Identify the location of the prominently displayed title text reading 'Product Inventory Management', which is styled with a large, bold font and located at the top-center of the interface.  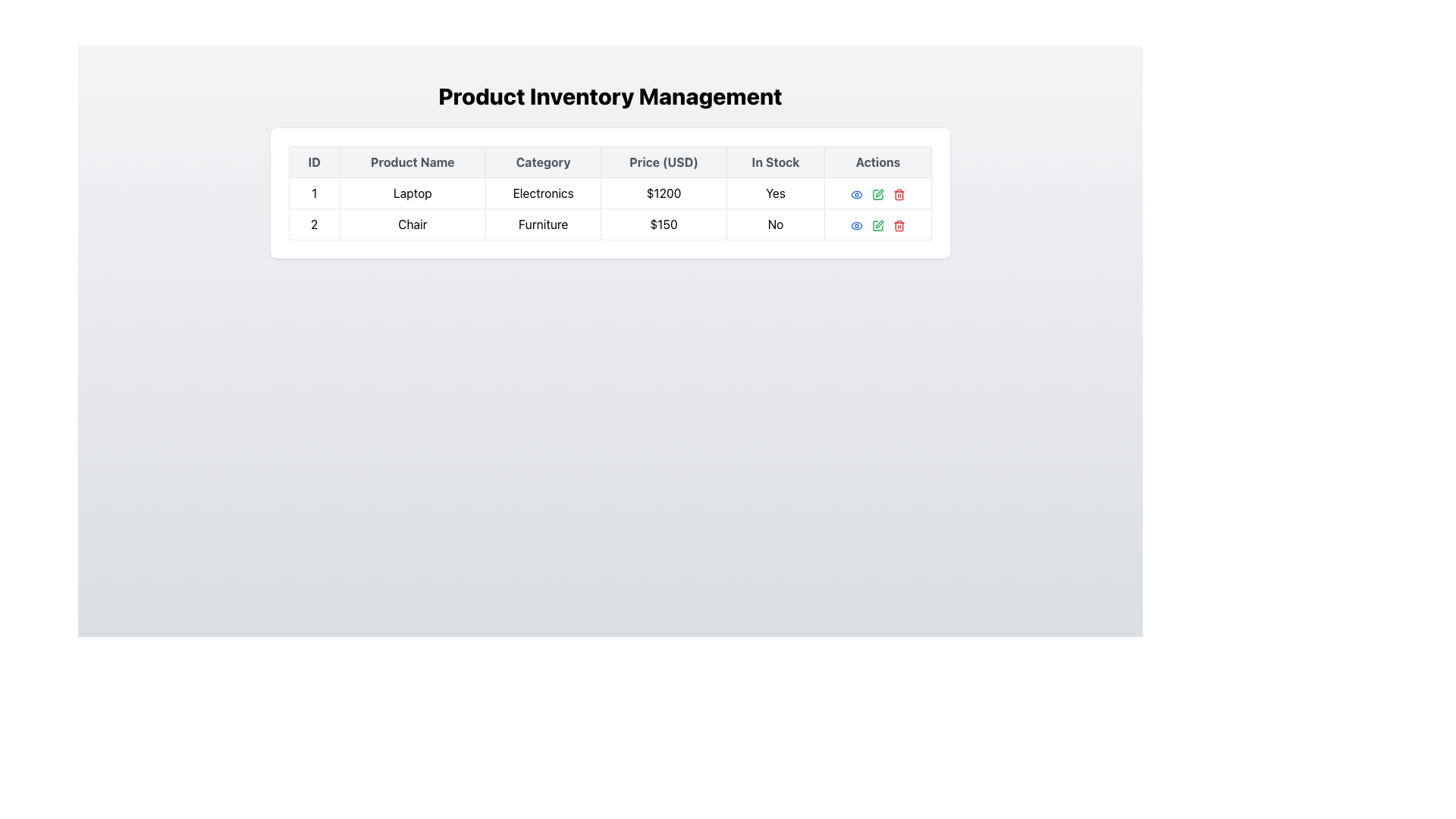
(610, 96).